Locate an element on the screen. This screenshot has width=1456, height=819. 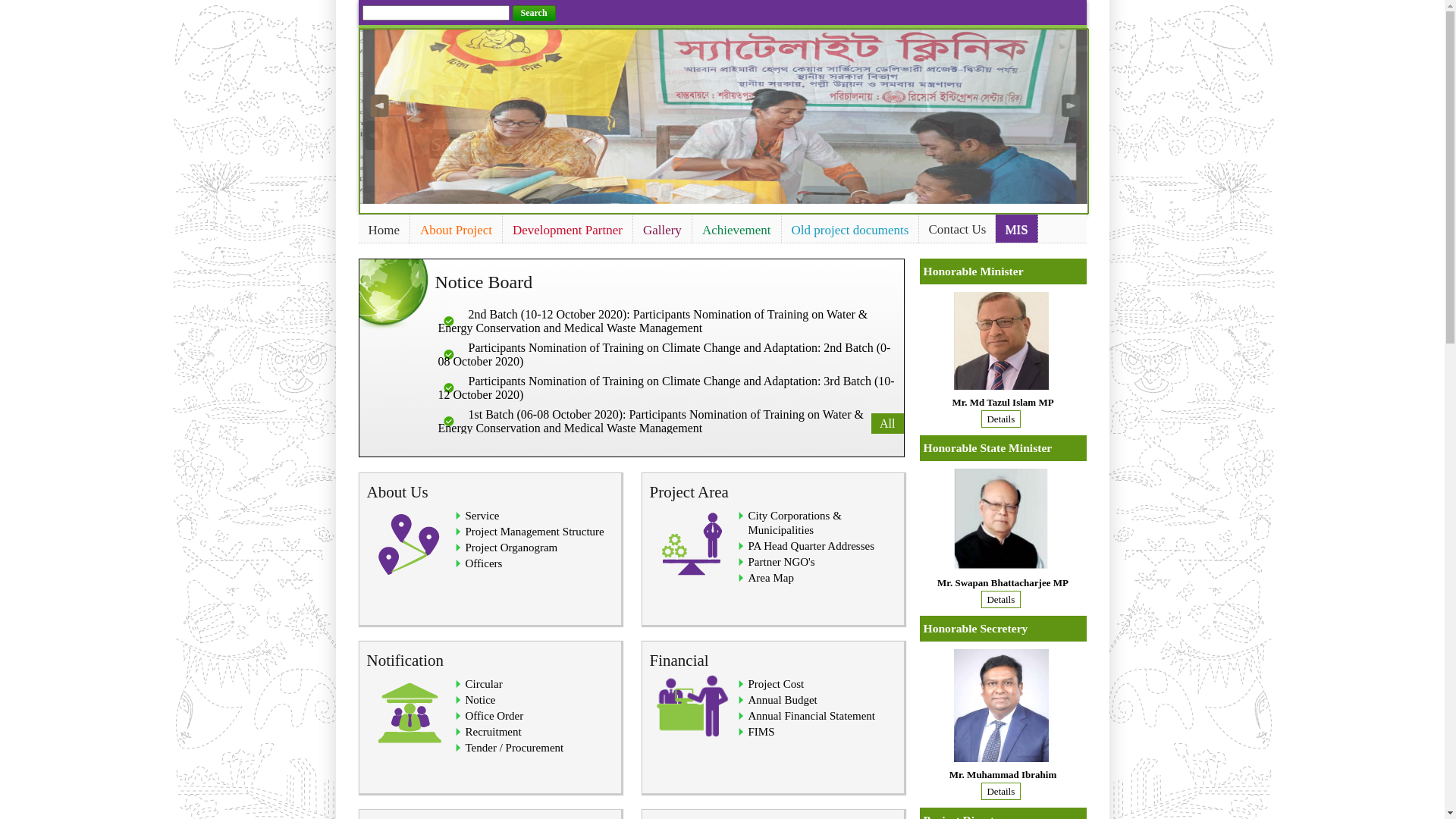
'Details' is located at coordinates (1002, 598).